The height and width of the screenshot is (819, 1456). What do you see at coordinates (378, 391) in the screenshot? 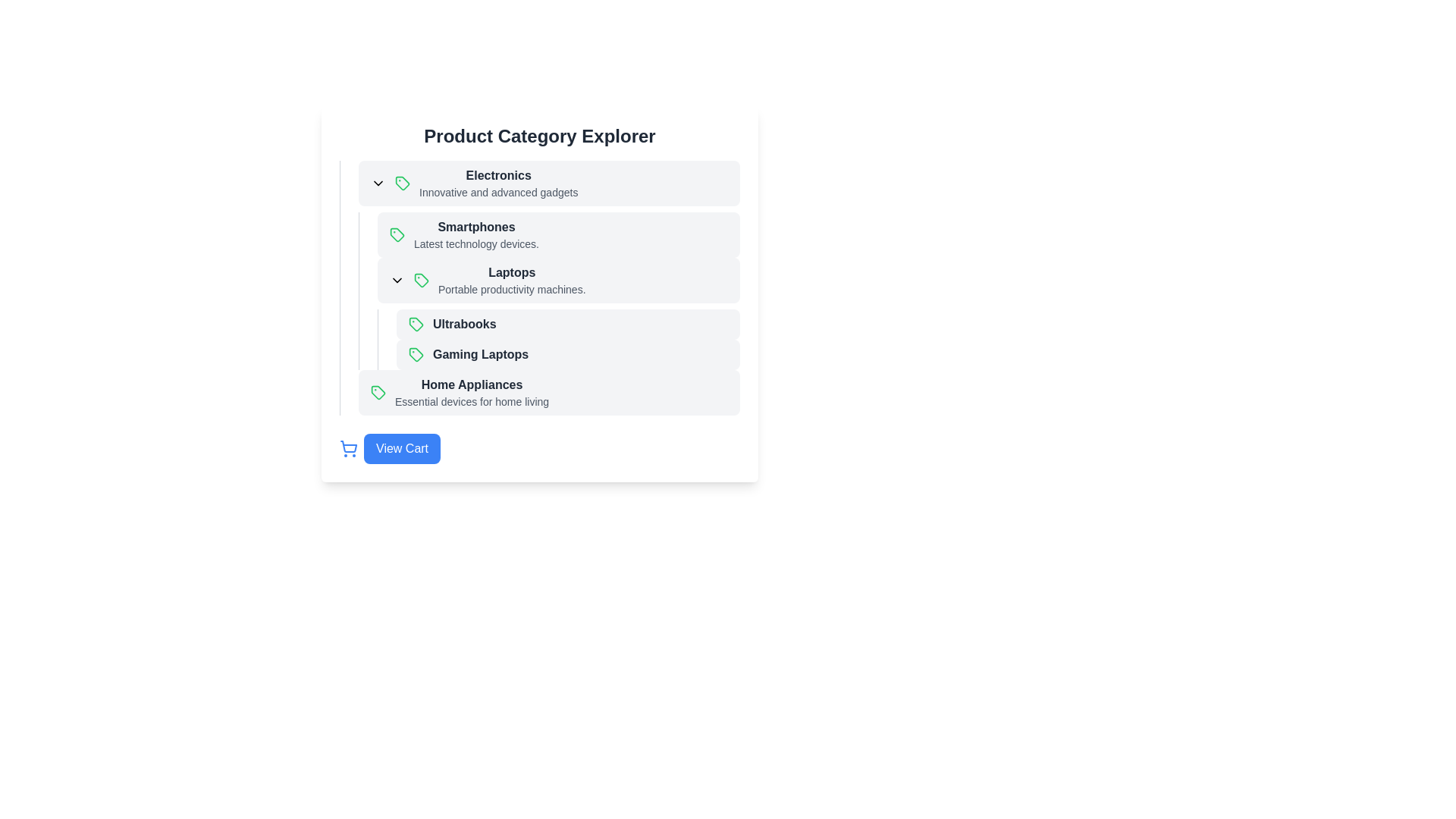
I see `the 'Home Appliances' icon, which is a tag-shaped icon with a green border and white interior, positioned to the left of the 'Home Appliances' text label` at bounding box center [378, 391].